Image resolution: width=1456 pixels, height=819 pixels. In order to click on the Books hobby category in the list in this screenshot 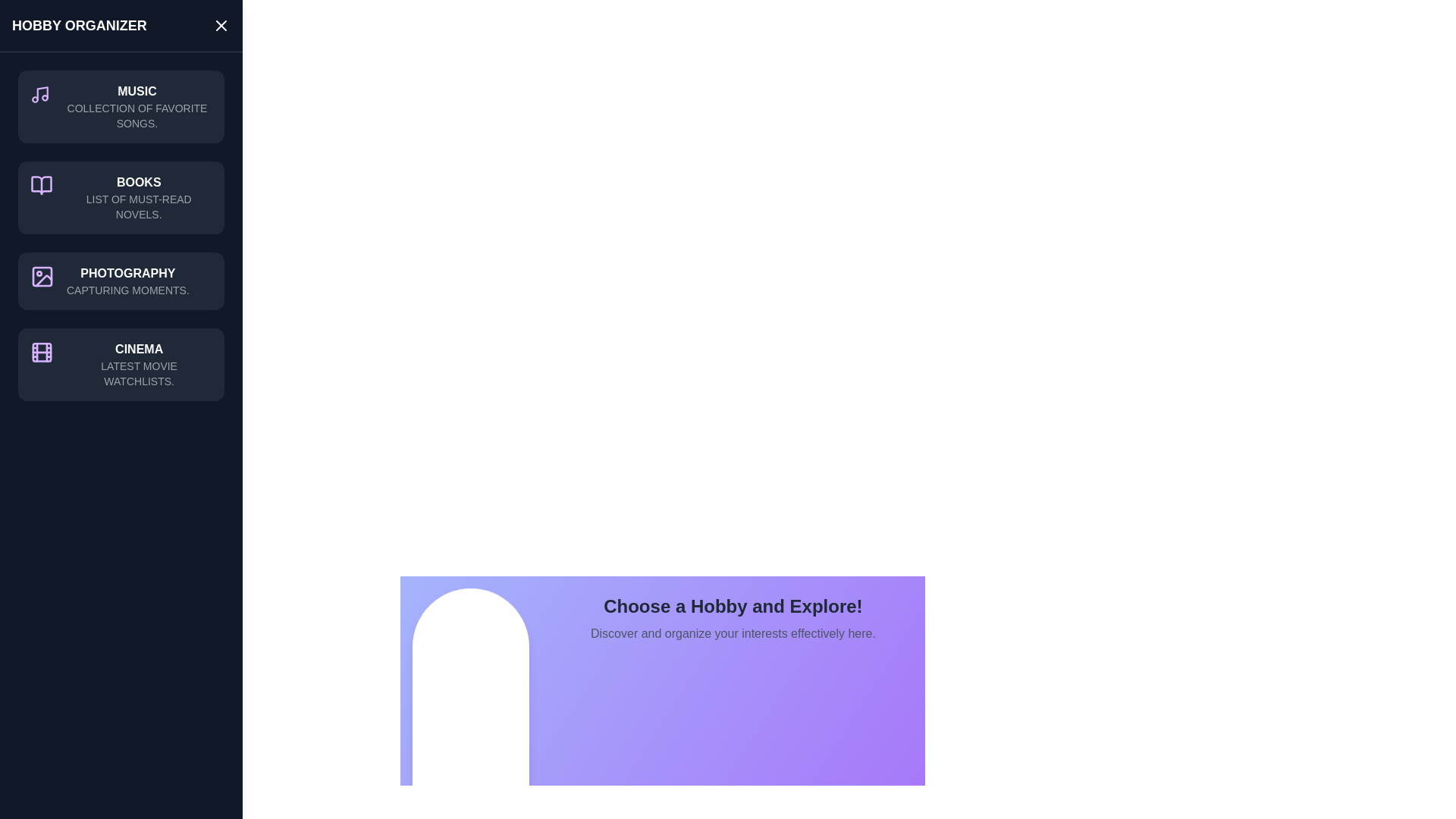, I will do `click(120, 197)`.